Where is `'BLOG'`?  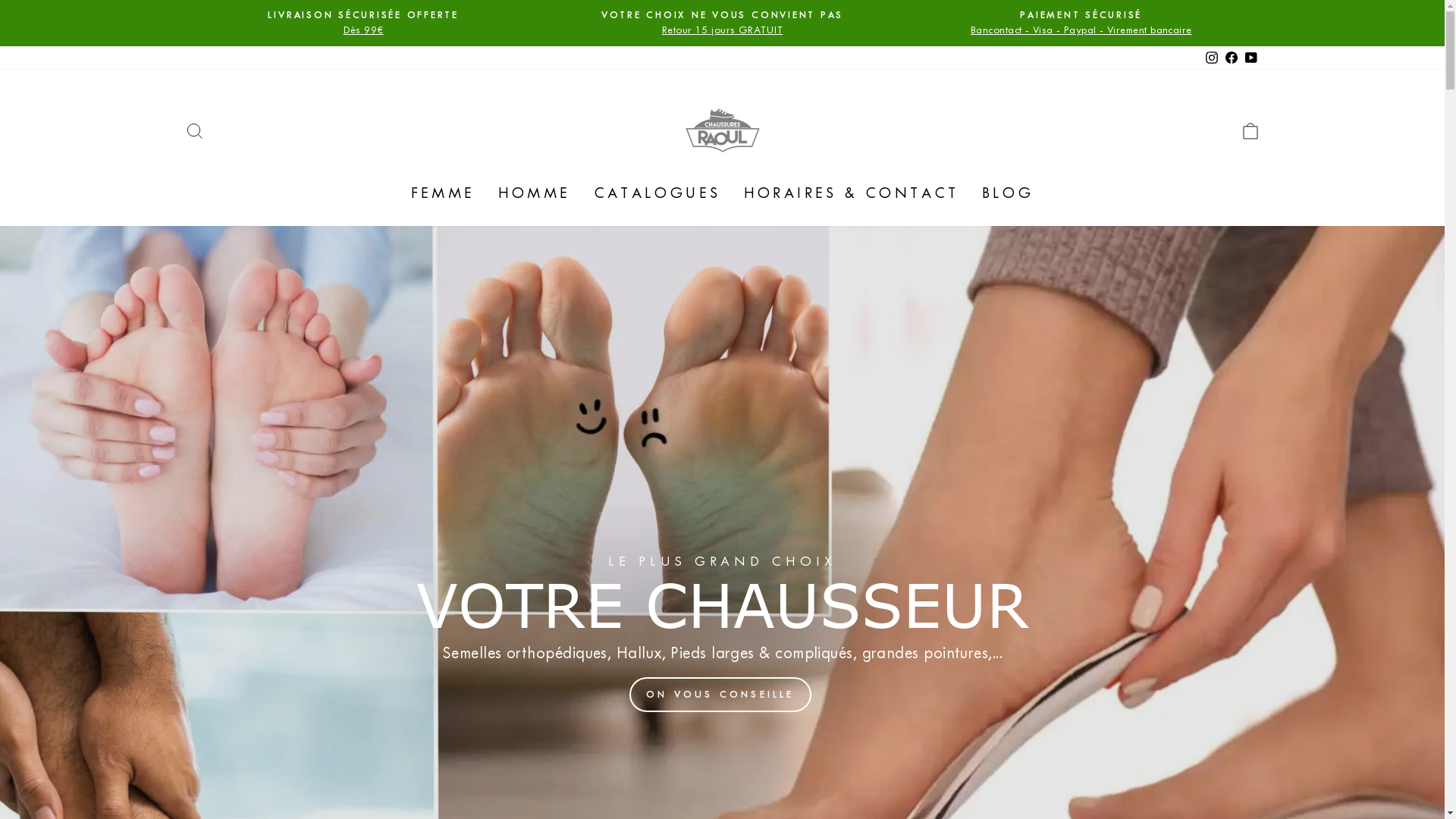
'BLOG' is located at coordinates (971, 192).